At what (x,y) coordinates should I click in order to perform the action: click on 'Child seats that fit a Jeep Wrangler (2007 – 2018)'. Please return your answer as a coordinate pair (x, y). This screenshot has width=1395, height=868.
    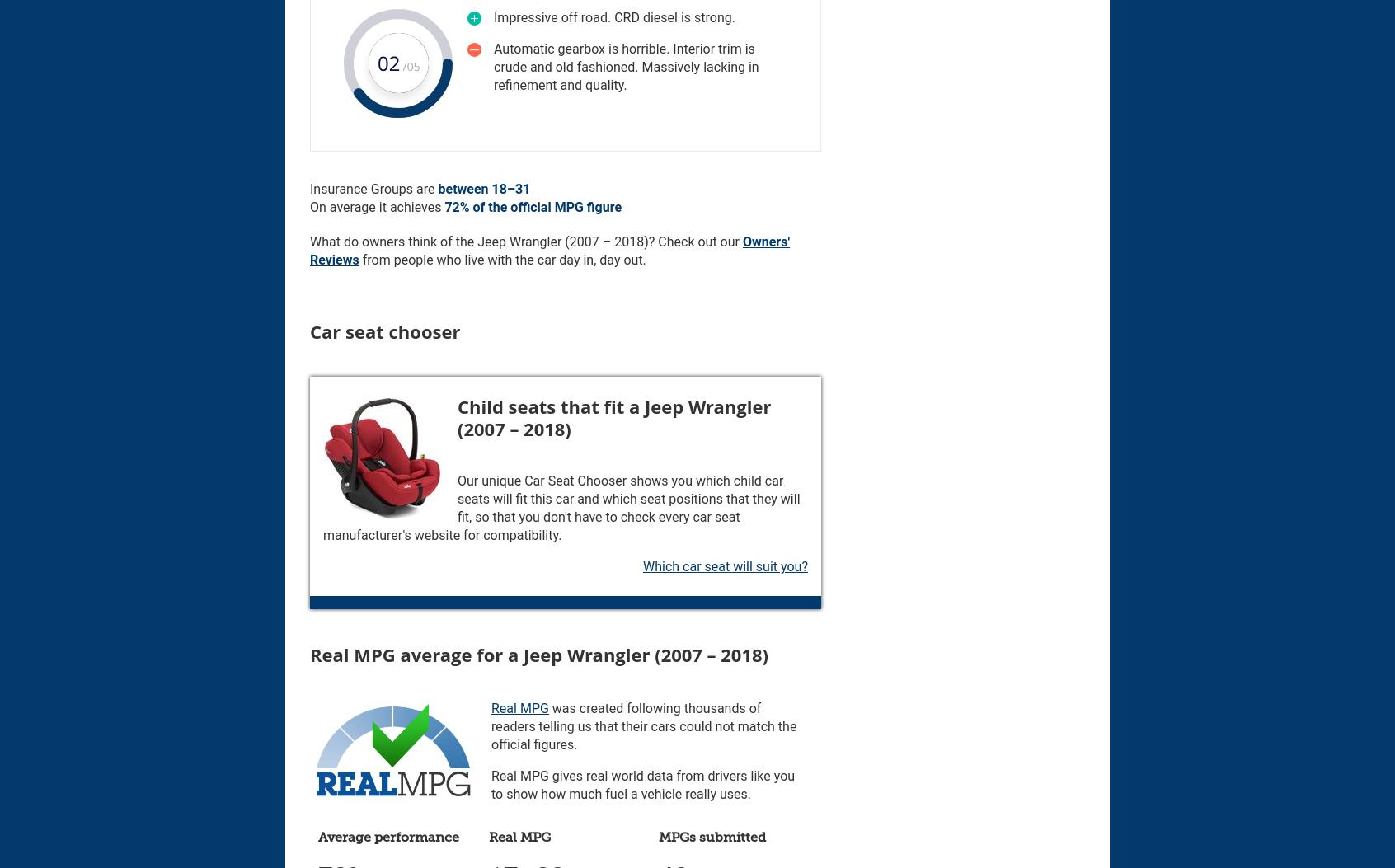
    Looking at the image, I should click on (613, 416).